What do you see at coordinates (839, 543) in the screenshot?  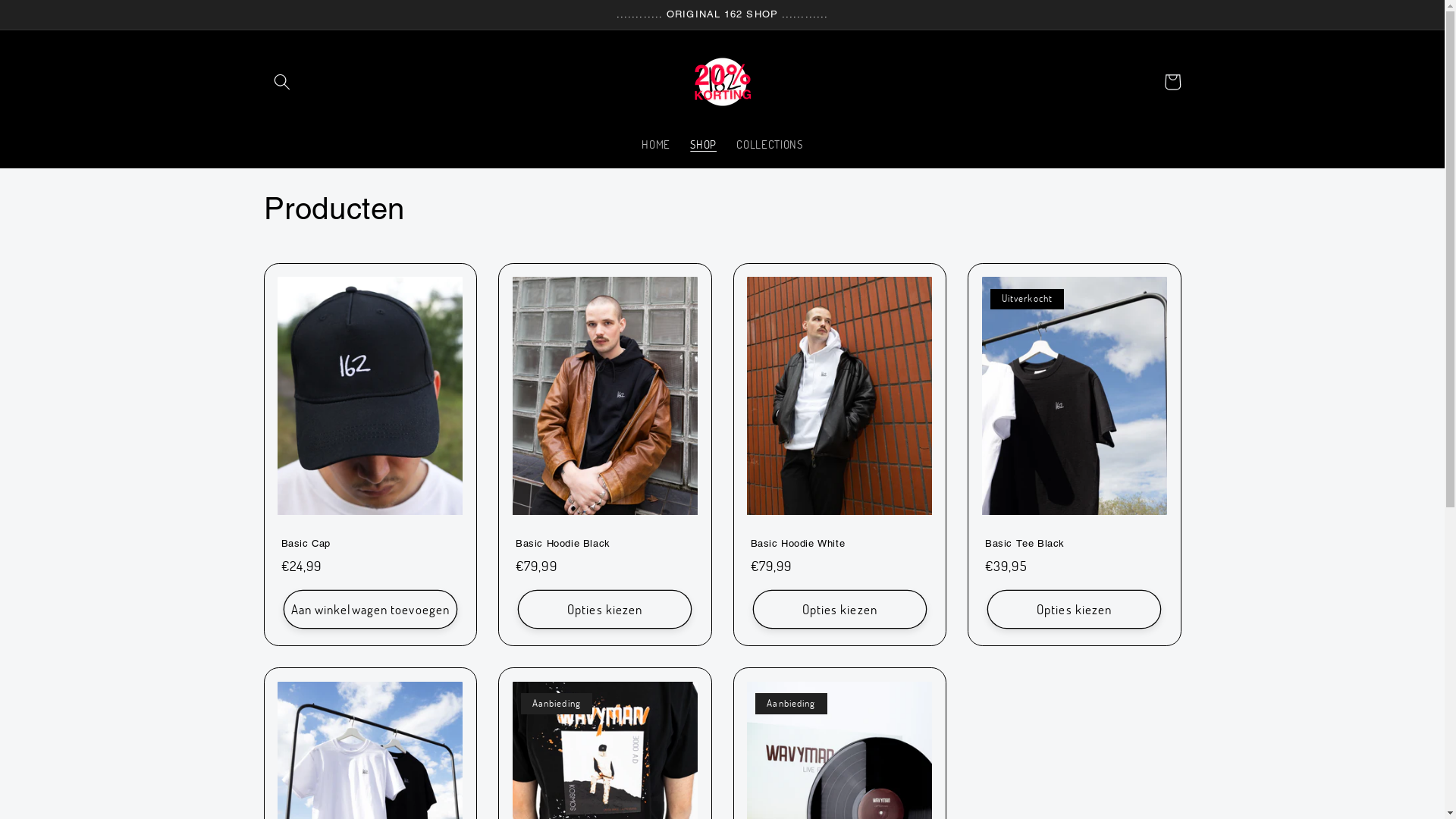 I see `'Basic Hoodie White'` at bounding box center [839, 543].